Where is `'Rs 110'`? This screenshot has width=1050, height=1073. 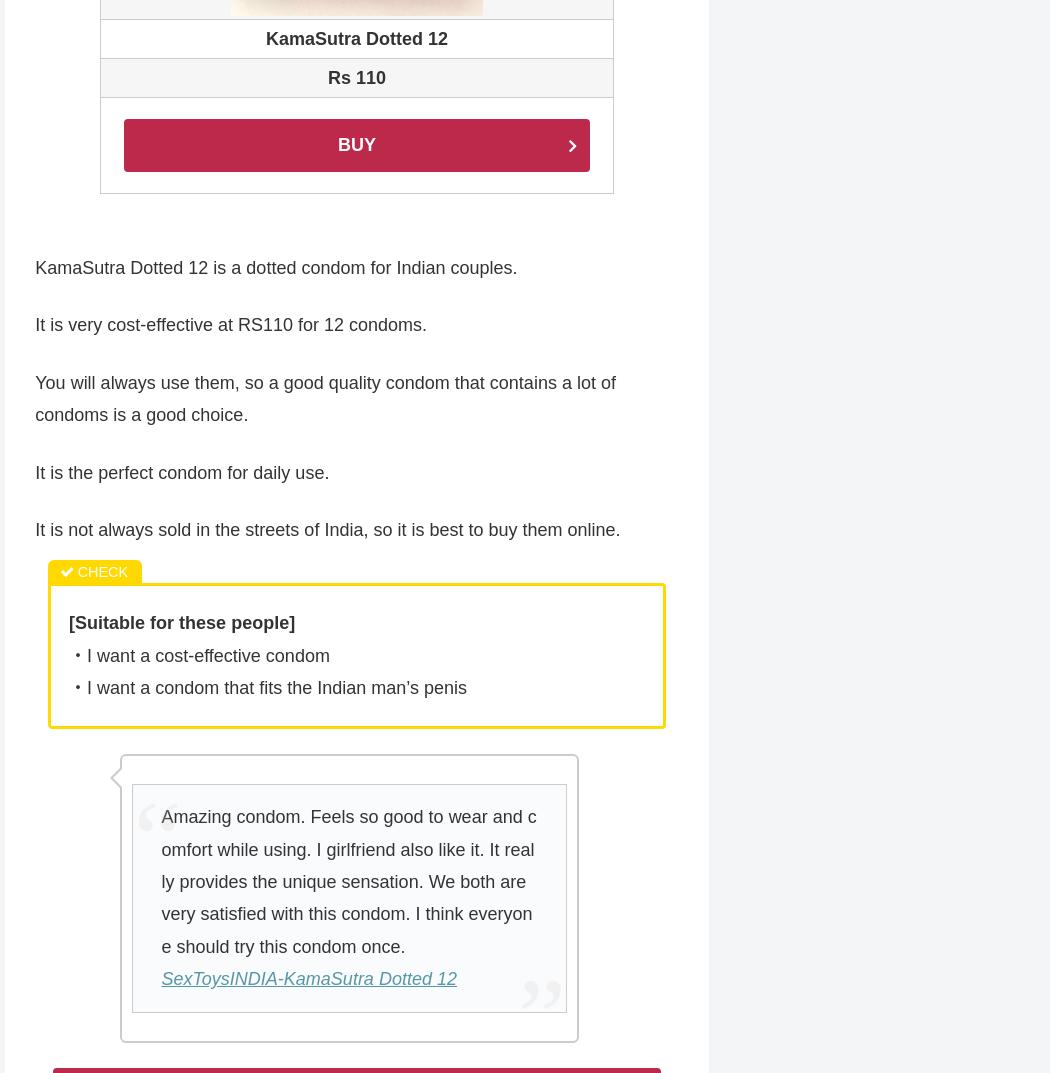 'Rs 110' is located at coordinates (355, 80).